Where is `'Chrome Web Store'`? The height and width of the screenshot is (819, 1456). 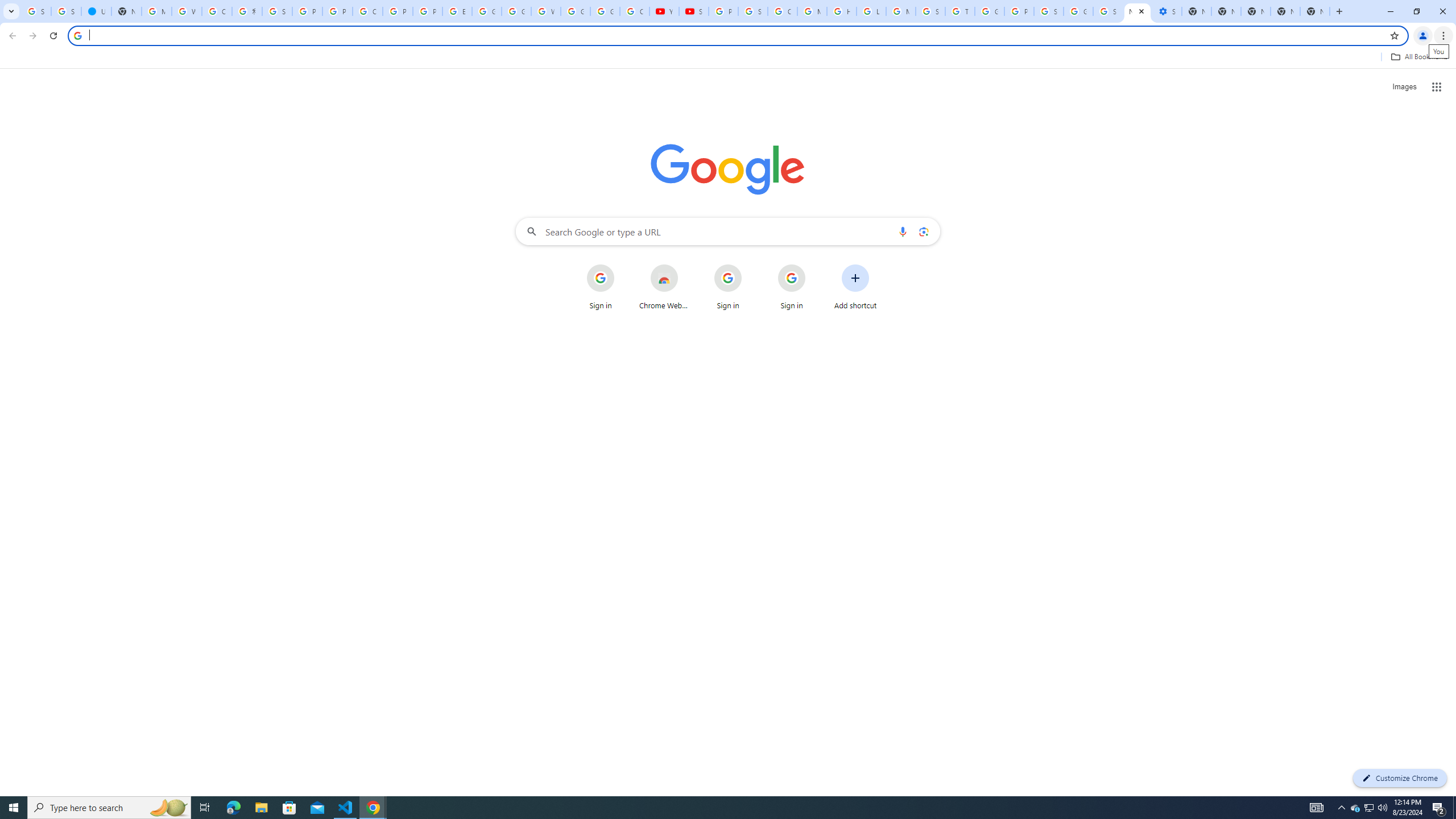
'Chrome Web Store' is located at coordinates (663, 287).